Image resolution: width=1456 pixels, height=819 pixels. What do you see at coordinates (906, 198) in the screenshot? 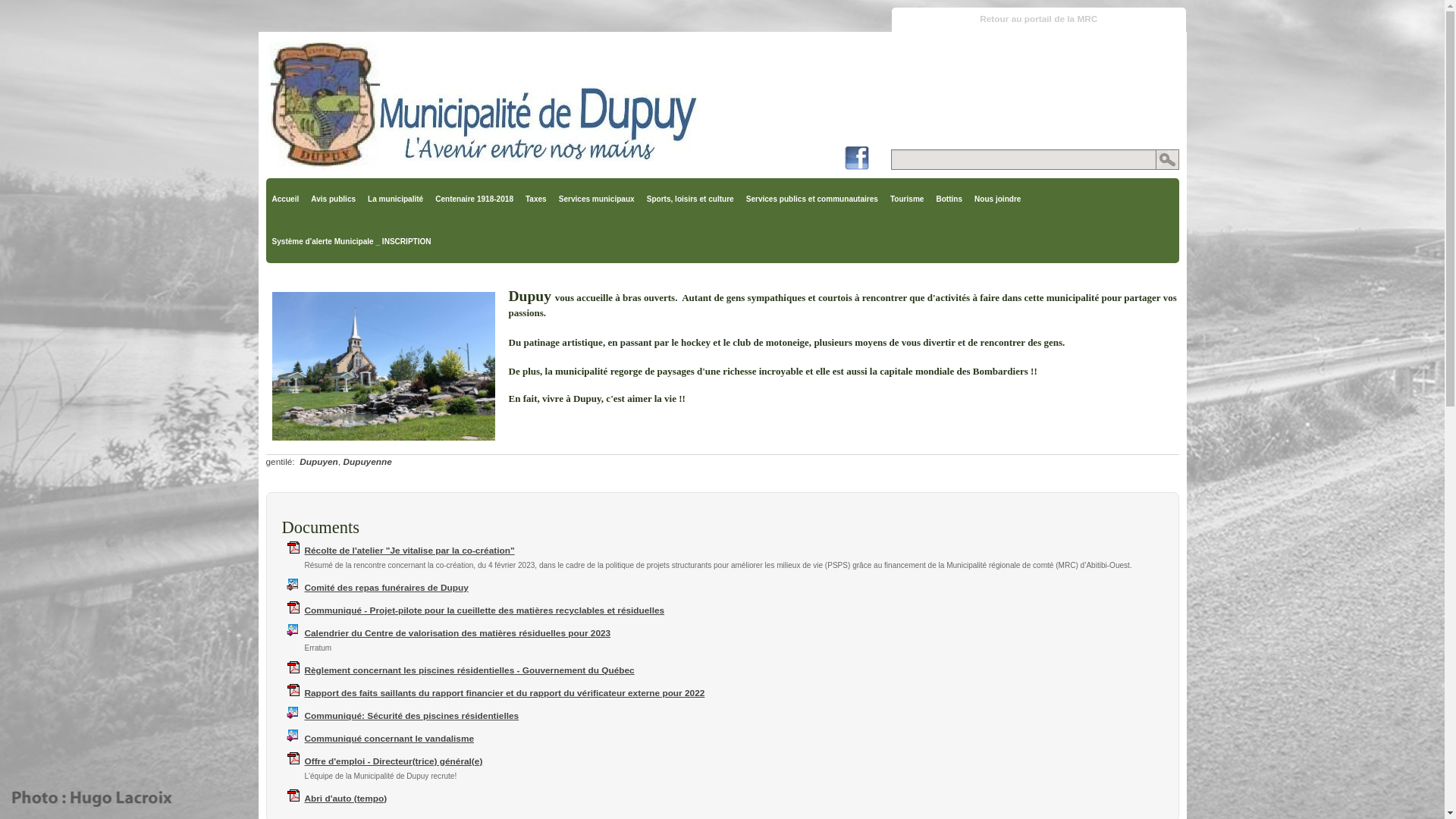
I see `'Tourisme'` at bounding box center [906, 198].